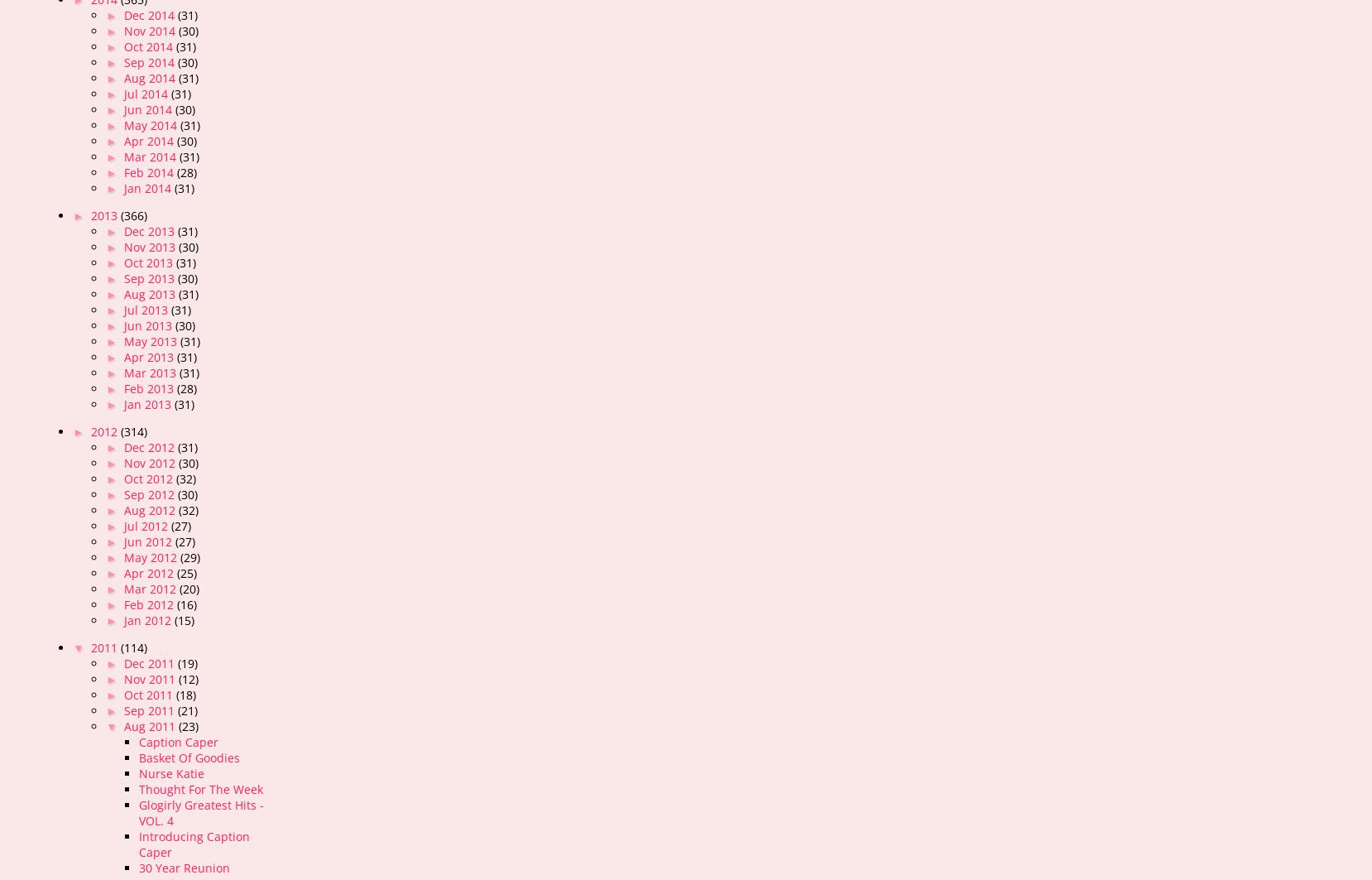 The width and height of the screenshot is (1372, 880). Describe the element at coordinates (150, 62) in the screenshot. I see `'Sep 2014'` at that location.